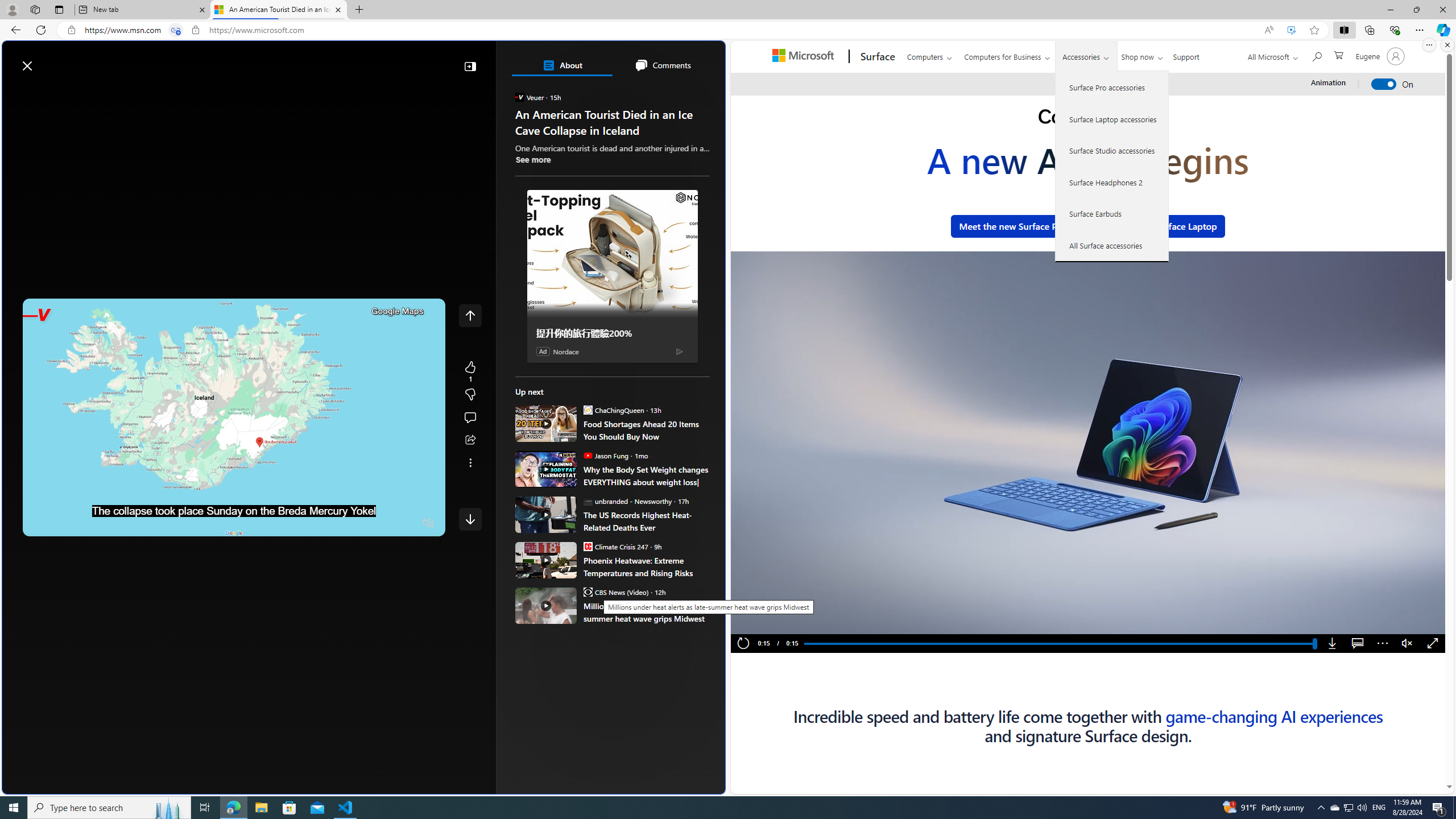 The height and width of the screenshot is (819, 1456). What do you see at coordinates (519, 96) in the screenshot?
I see `'Veuer'` at bounding box center [519, 96].